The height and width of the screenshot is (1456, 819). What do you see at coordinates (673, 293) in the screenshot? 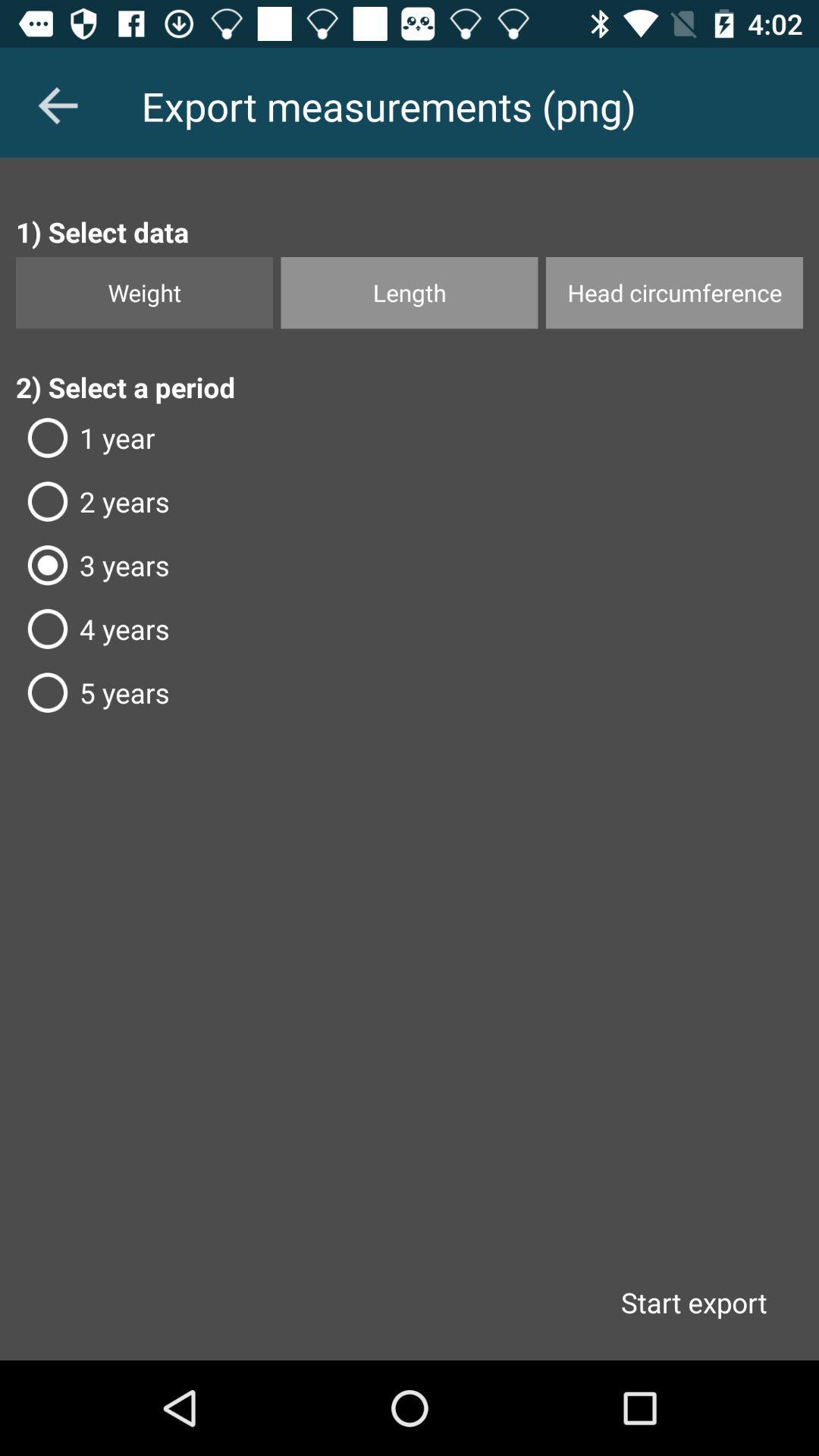
I see `the item next to the length icon` at bounding box center [673, 293].